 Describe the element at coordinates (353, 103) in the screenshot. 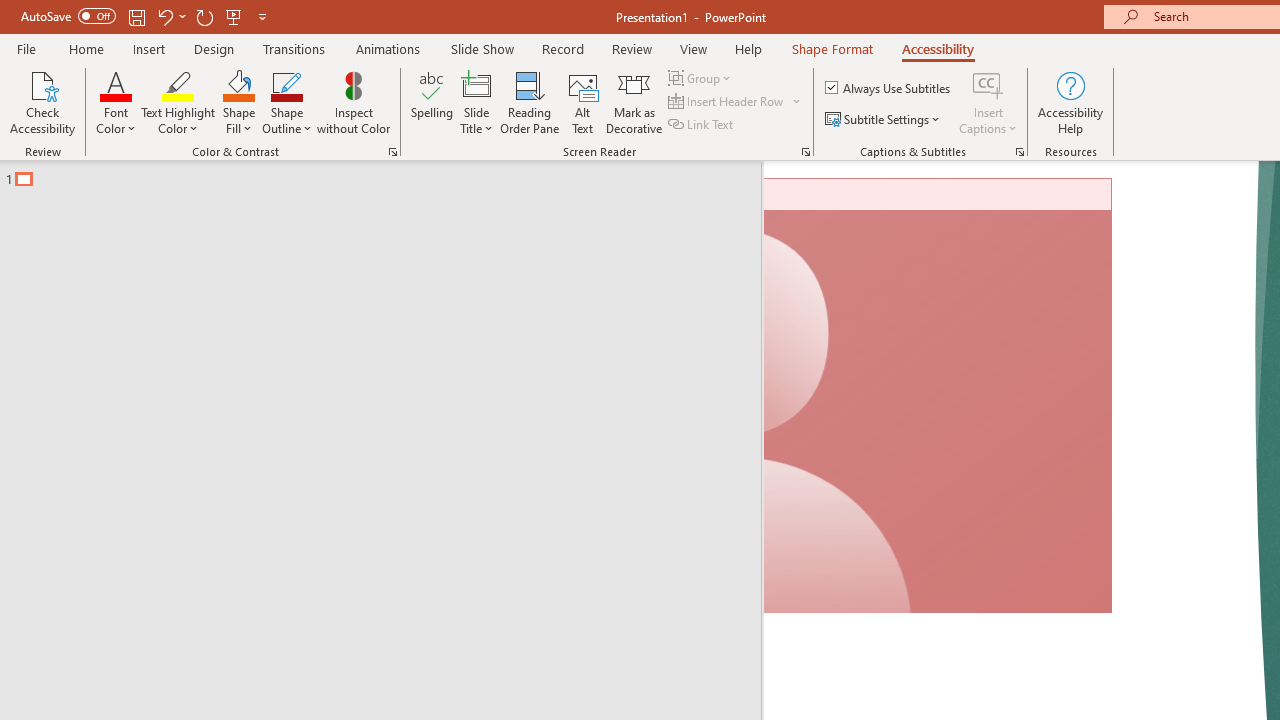

I see `'Inspect without Color'` at that location.